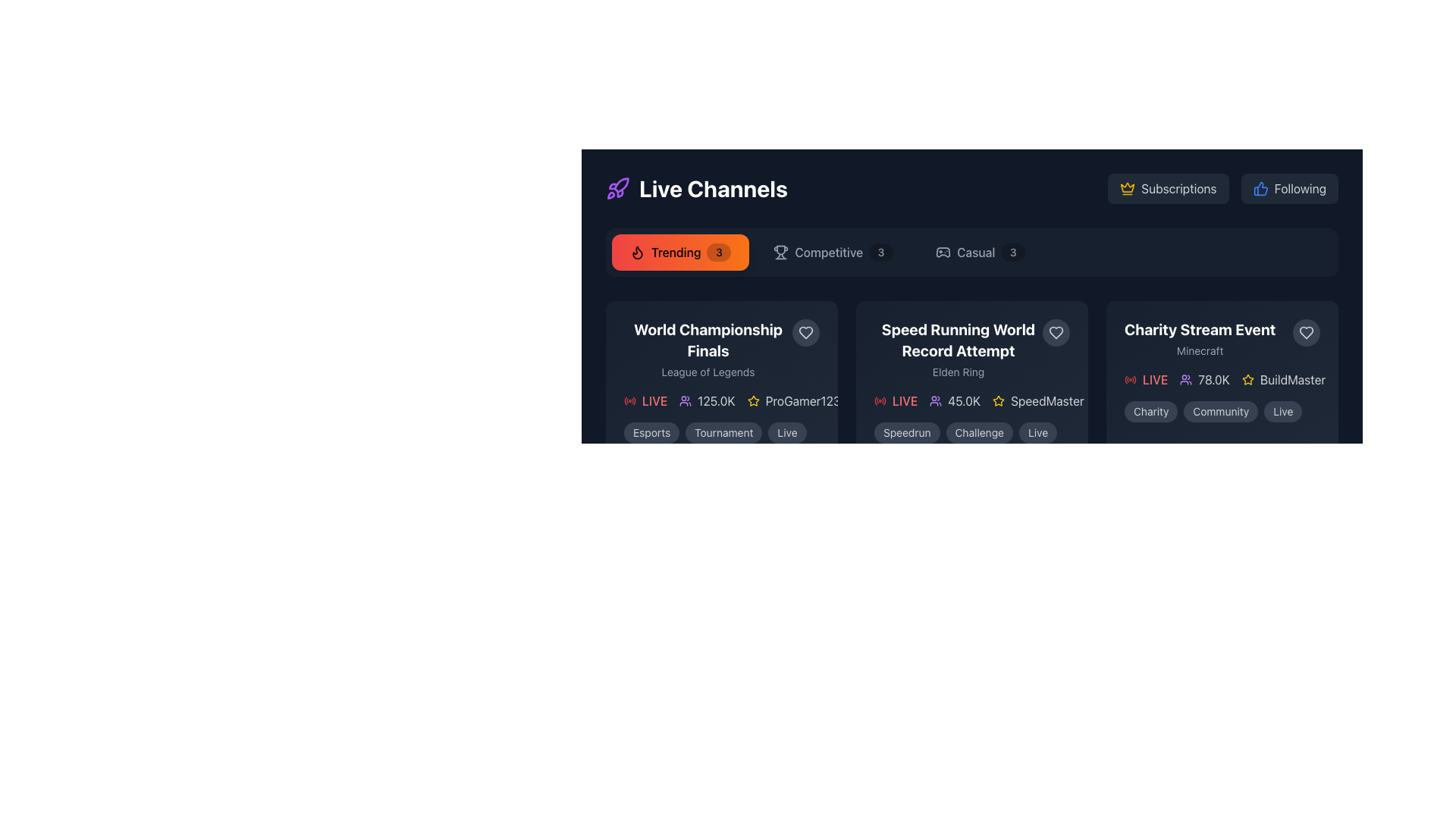 The image size is (1456, 819). Describe the element at coordinates (629, 400) in the screenshot. I see `the live status icon located to the immediate left of the 'LIVE' label in the notification section` at that location.